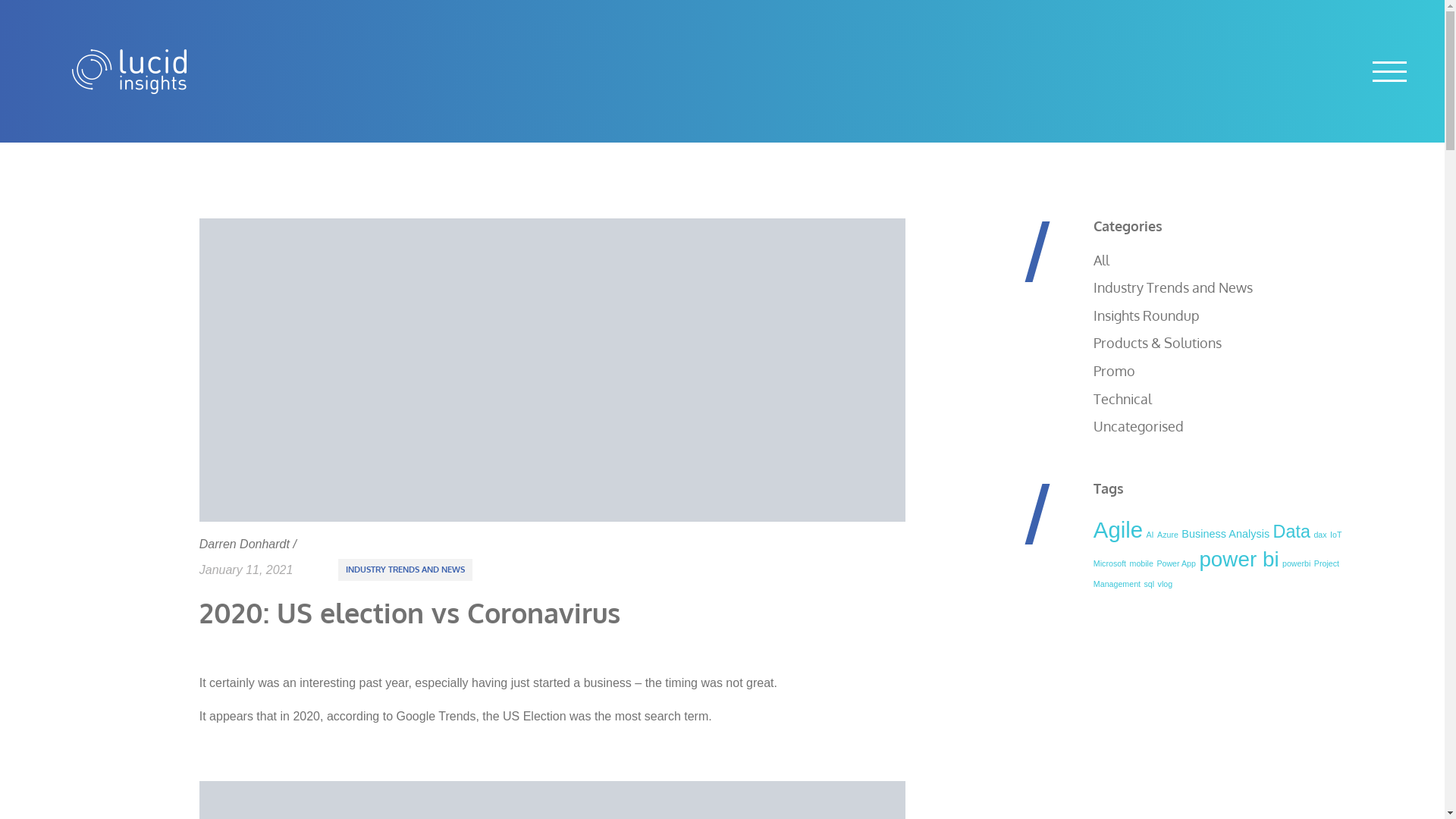  Describe the element at coordinates (1335, 534) in the screenshot. I see `'IoT'` at that location.